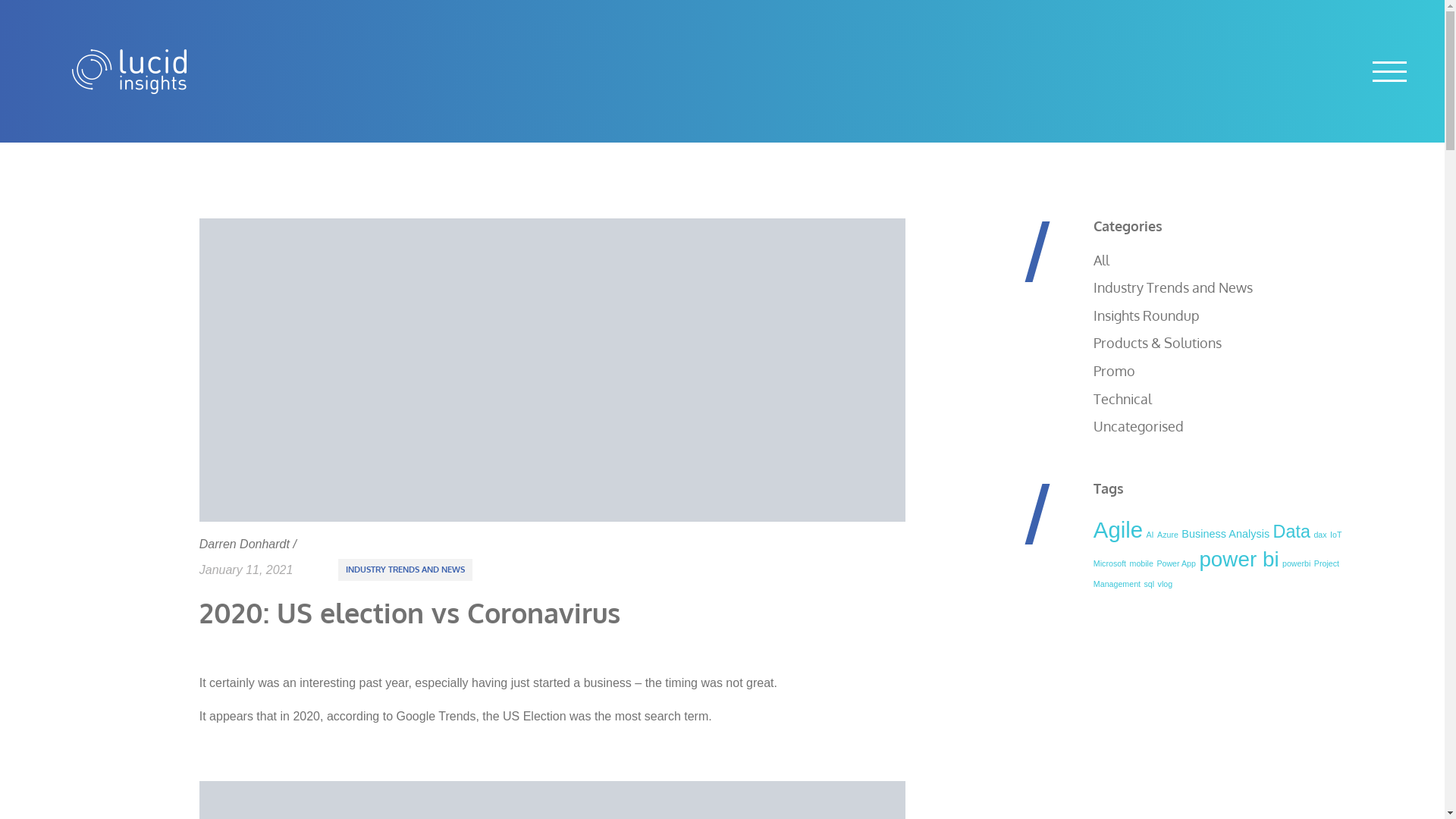  Describe the element at coordinates (1335, 534) in the screenshot. I see `'IoT'` at that location.